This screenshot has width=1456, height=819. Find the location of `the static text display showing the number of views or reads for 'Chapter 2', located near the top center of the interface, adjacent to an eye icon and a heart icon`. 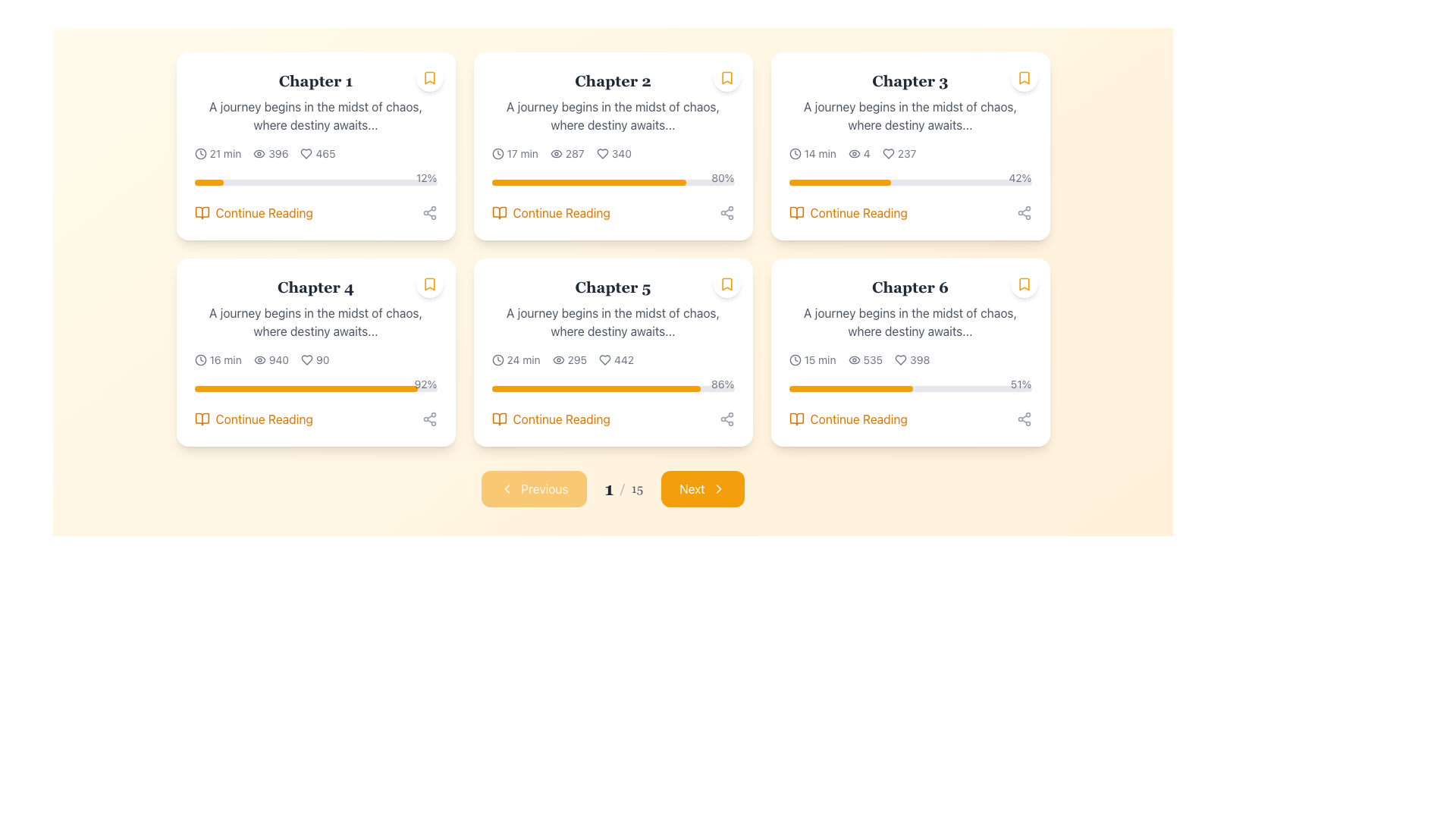

the static text display showing the number of views or reads for 'Chapter 2', located near the top center of the interface, adjacent to an eye icon and a heart icon is located at coordinates (574, 154).